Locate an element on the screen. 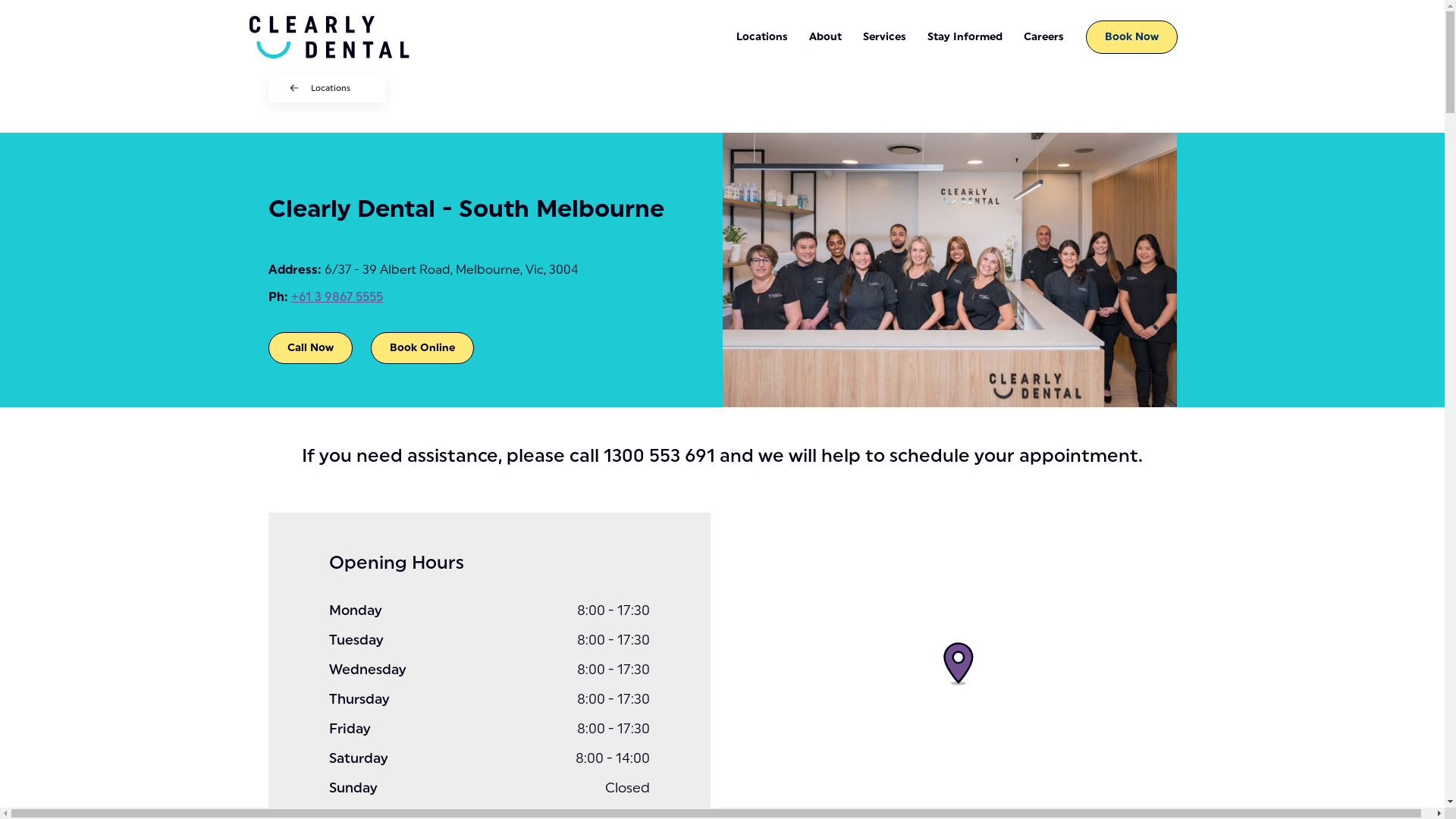  '+61 3 9867 5555' is located at coordinates (336, 297).